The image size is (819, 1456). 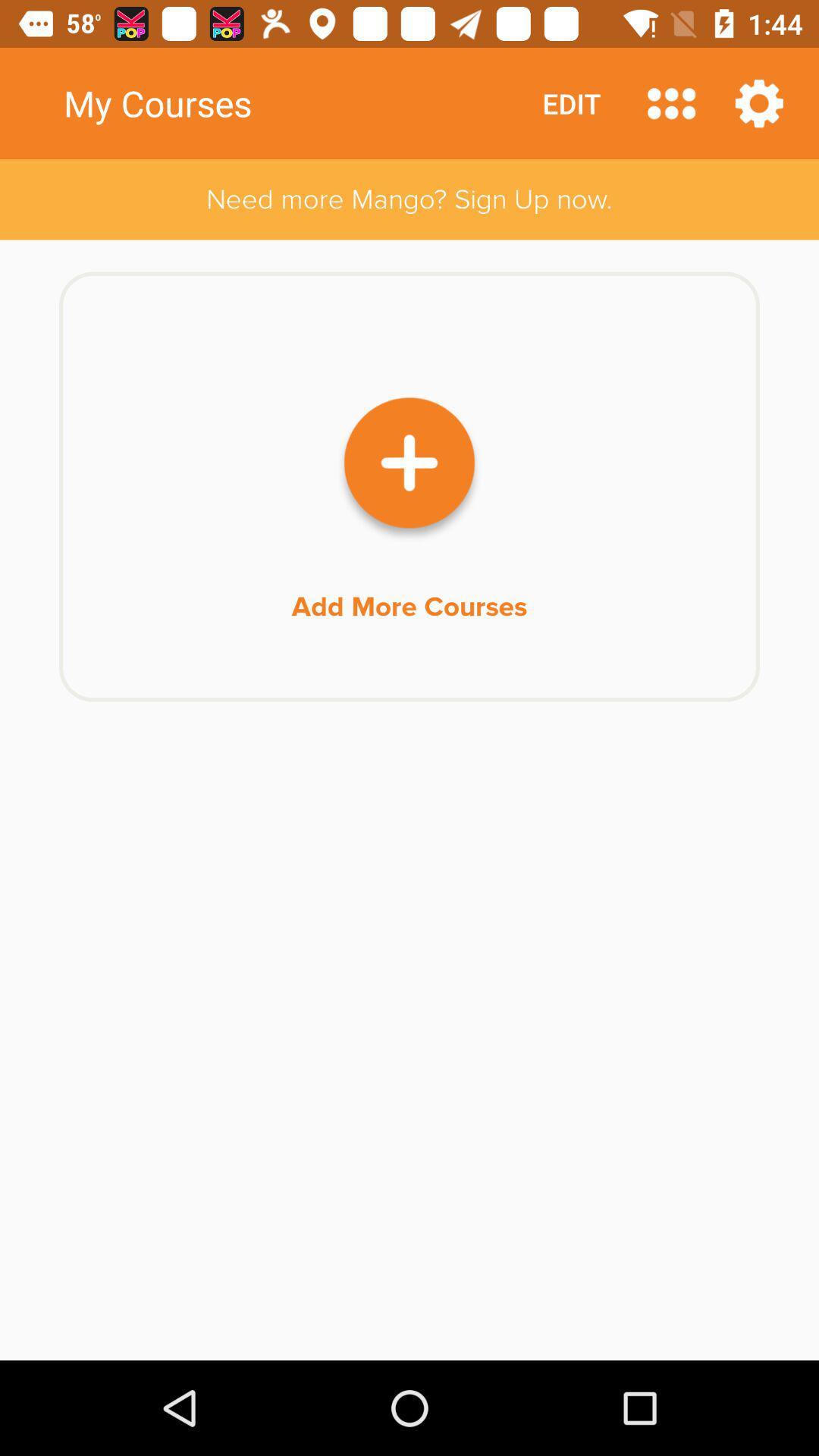 I want to click on edit icon, so click(x=571, y=102).